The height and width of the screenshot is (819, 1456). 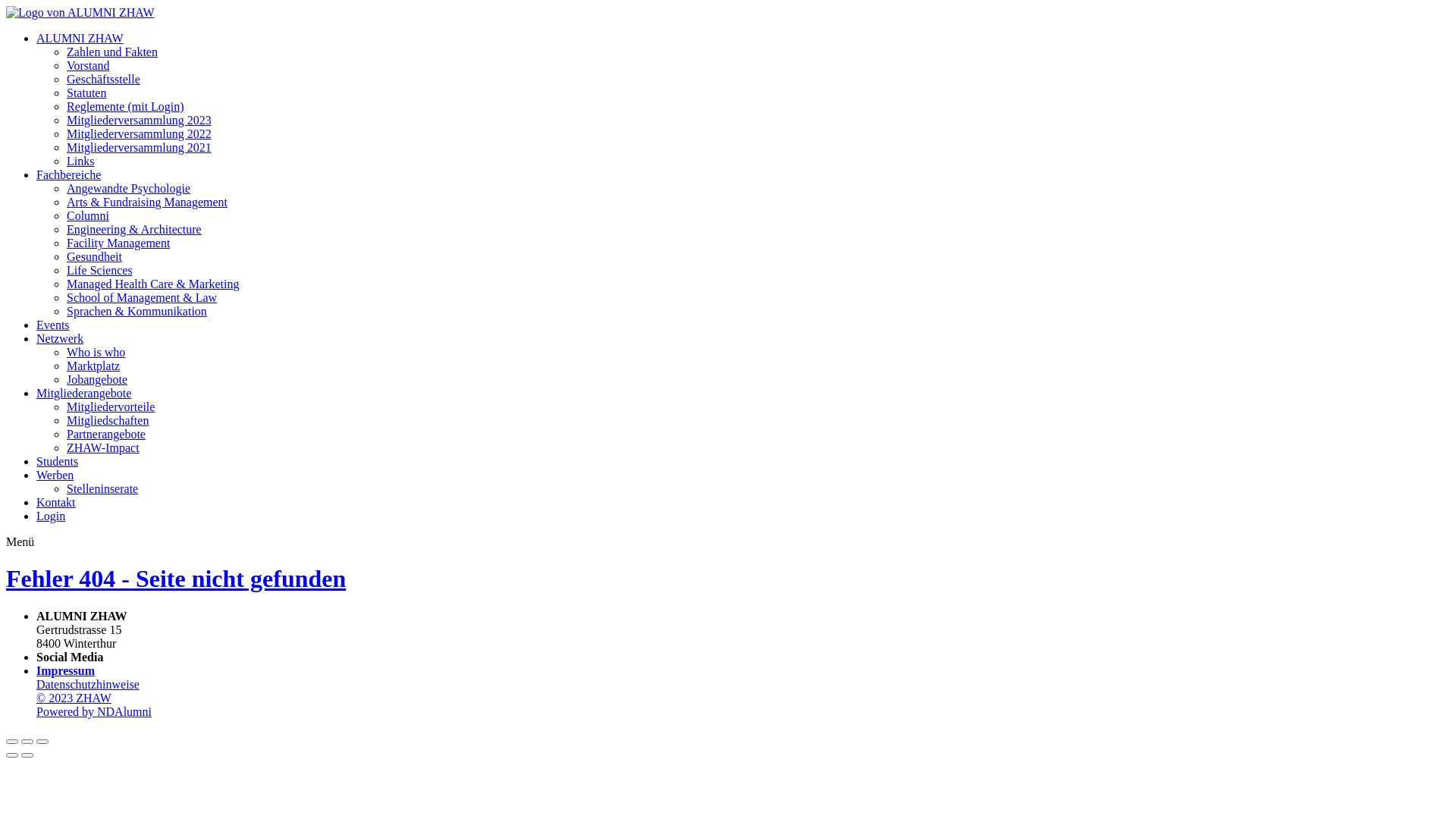 I want to click on 'Kontakt', so click(x=36, y=502).